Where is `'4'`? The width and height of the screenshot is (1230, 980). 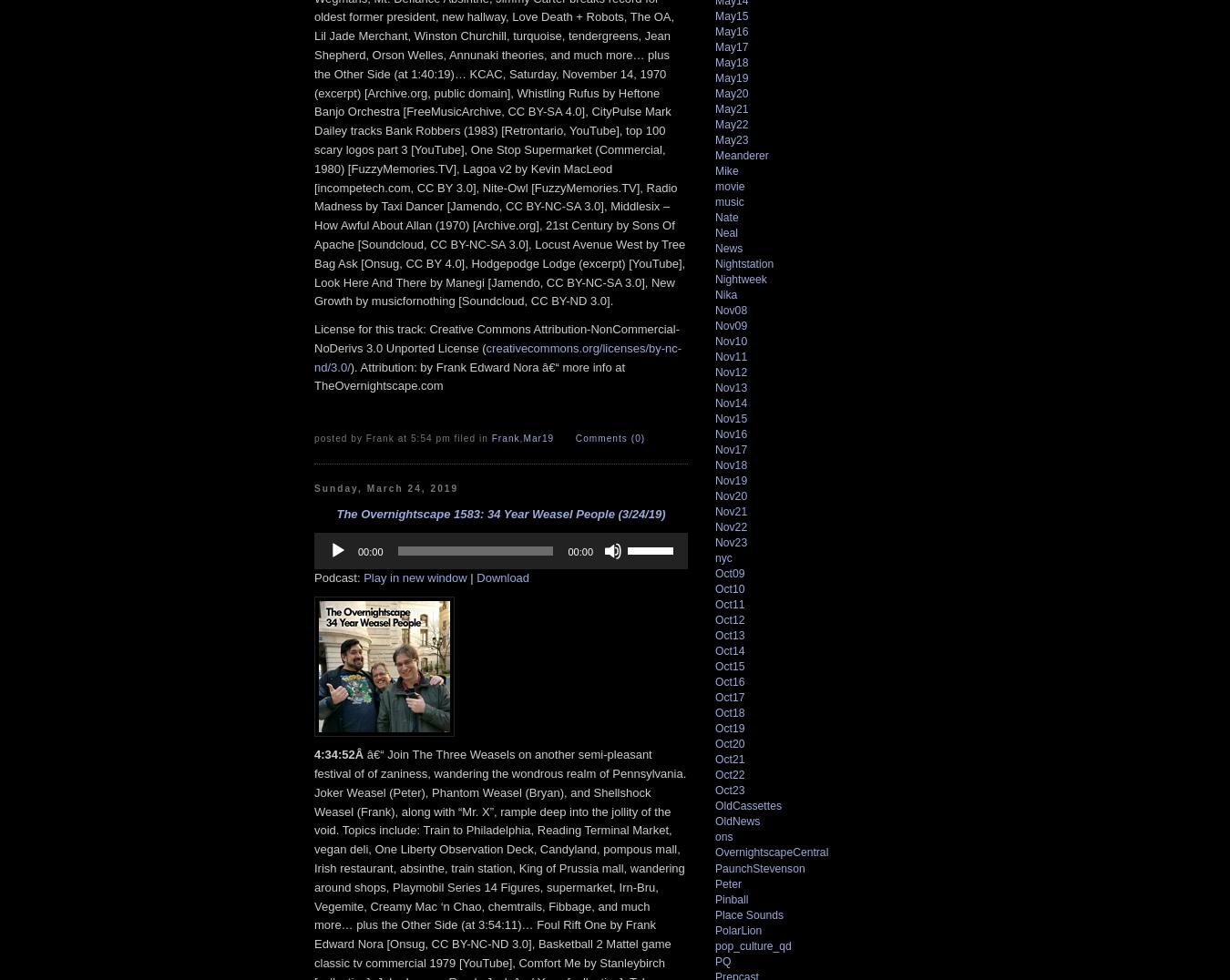 '4' is located at coordinates (314, 753).